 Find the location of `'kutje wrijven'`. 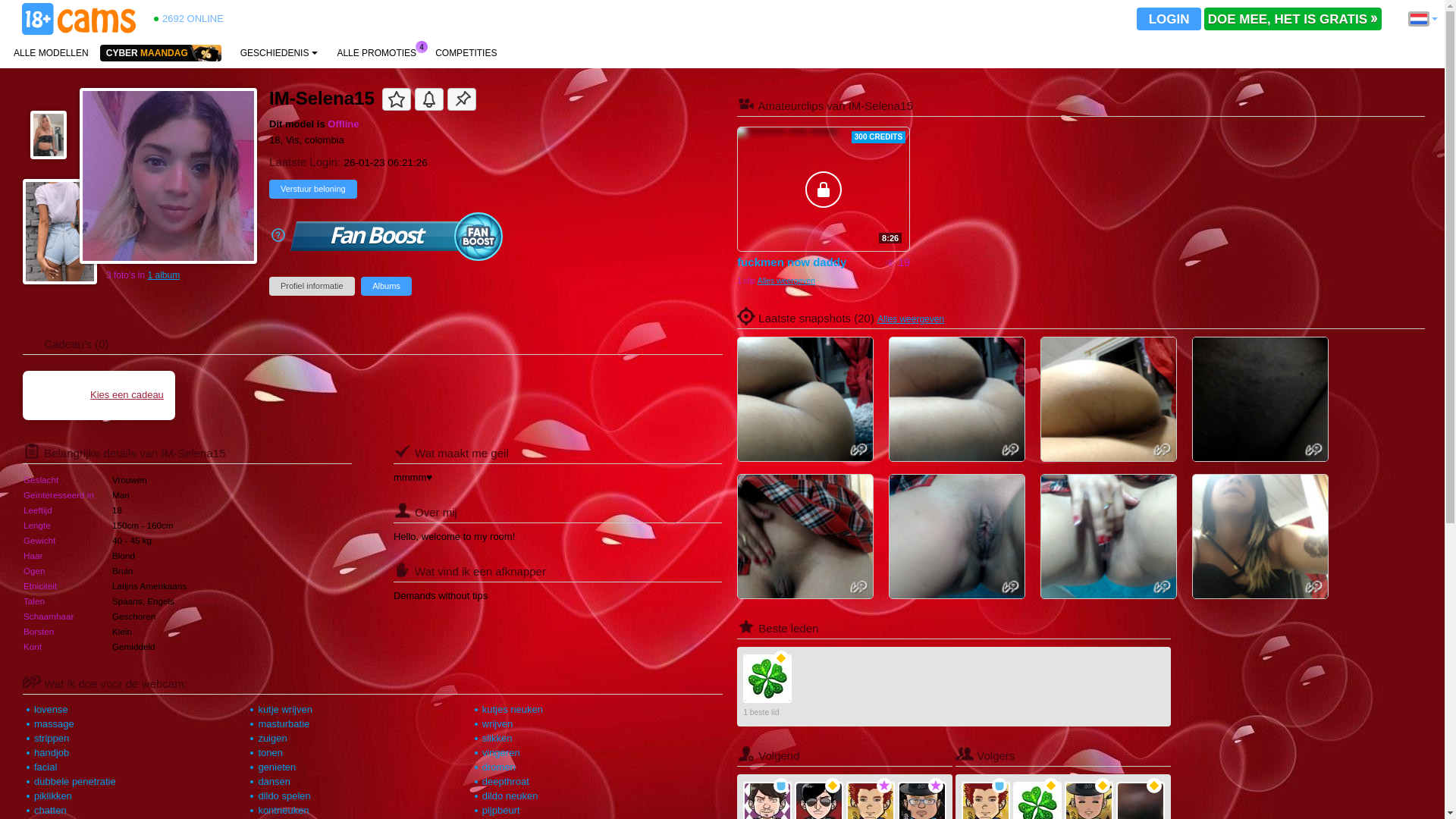

'kutje wrijven' is located at coordinates (284, 709).